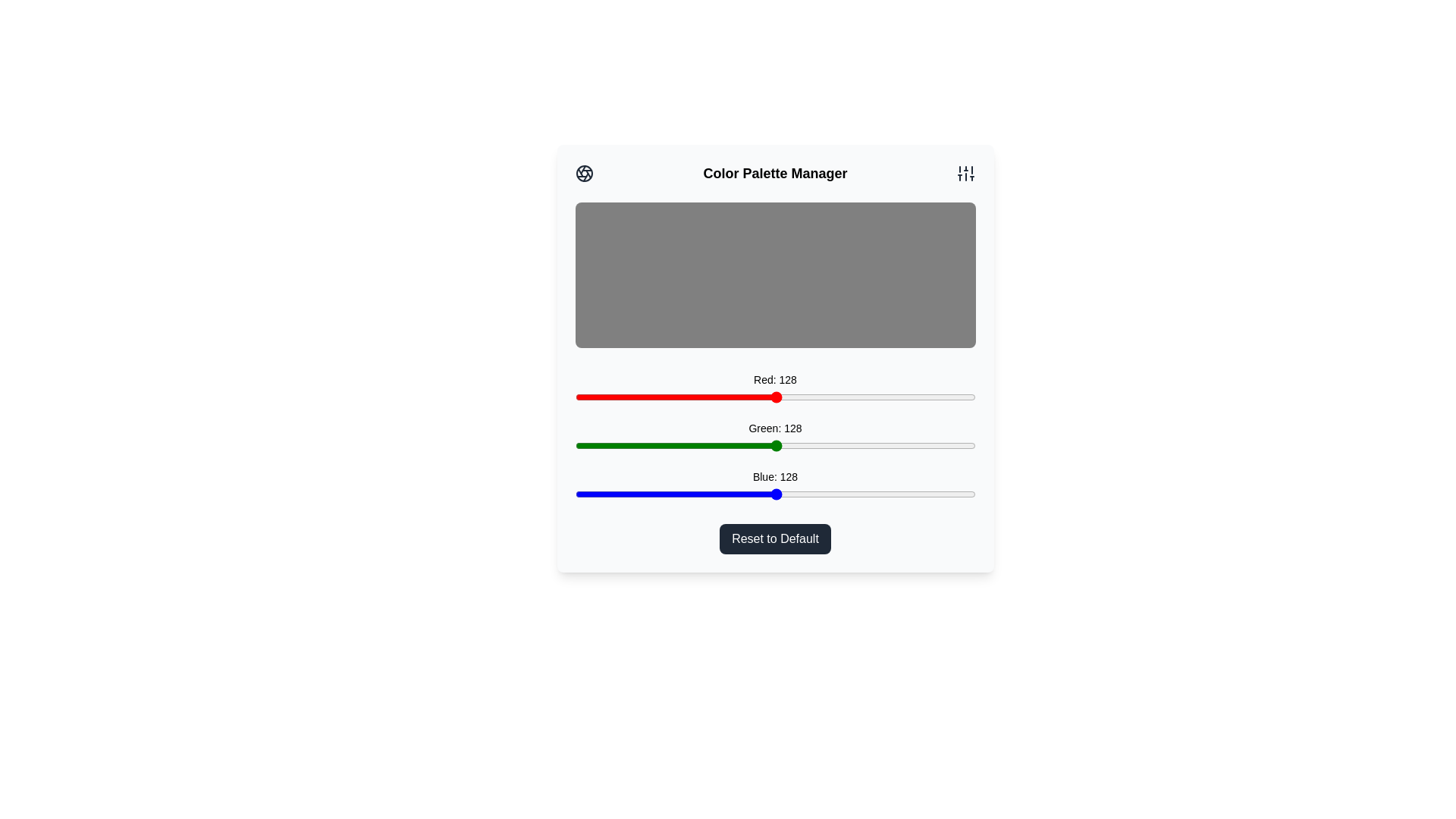 The image size is (1456, 819). Describe the element at coordinates (924, 444) in the screenshot. I see `the green slider to set the green intensity to 223` at that location.